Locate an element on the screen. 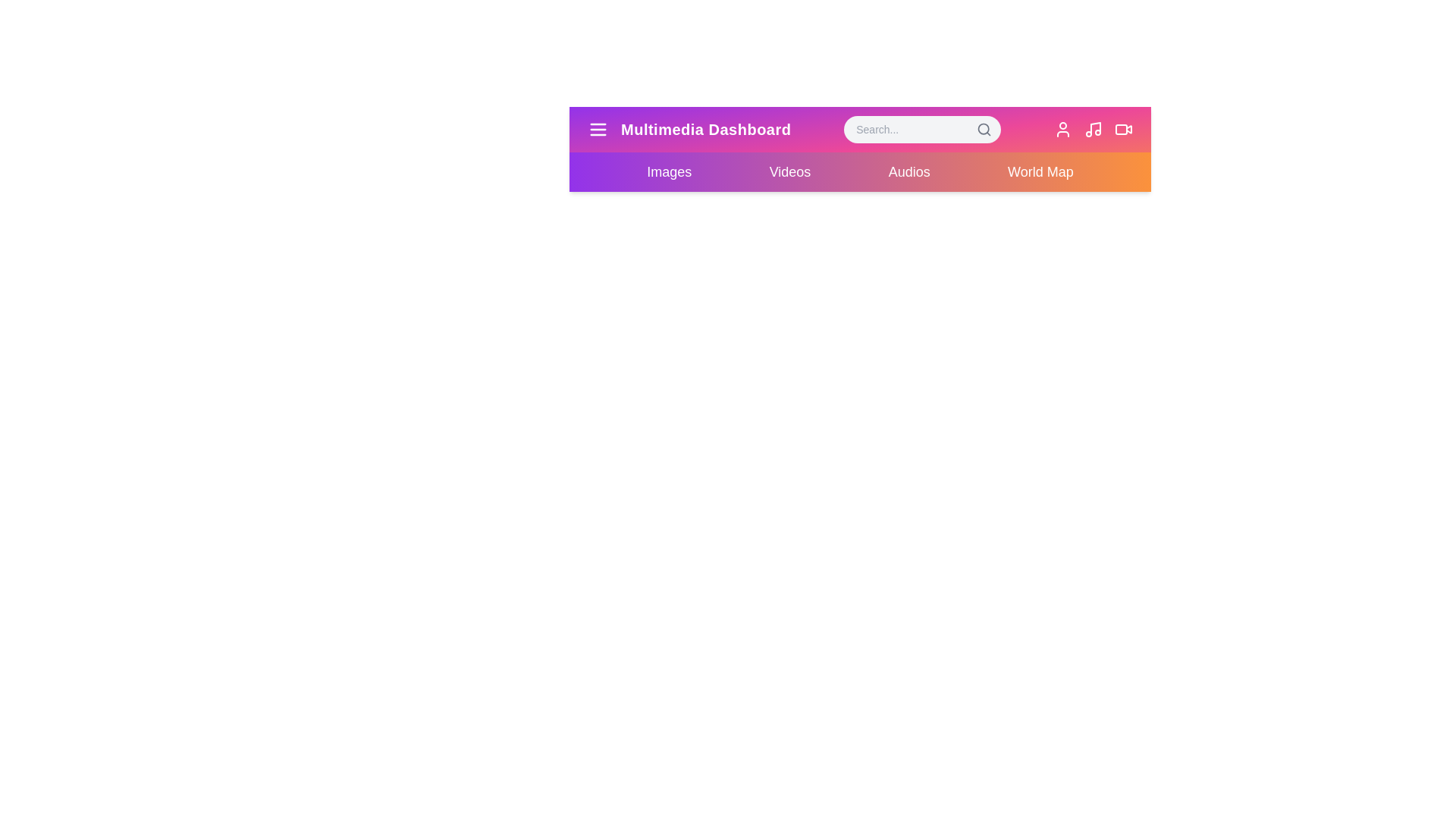 This screenshot has height=819, width=1456. the menu icon to open the menu is located at coordinates (597, 128).